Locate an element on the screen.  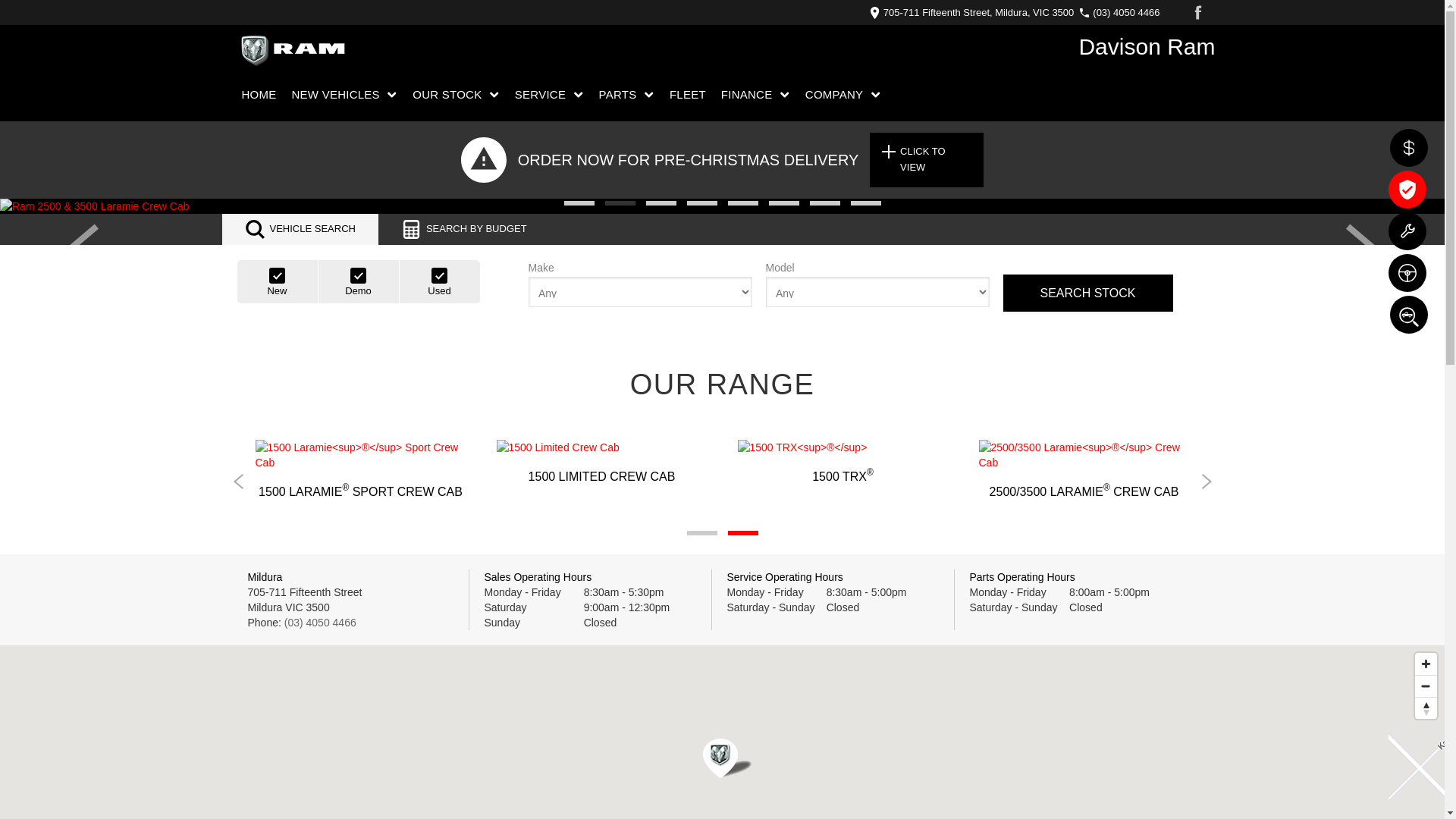
'SEARCH STOCK' is located at coordinates (1002, 293).